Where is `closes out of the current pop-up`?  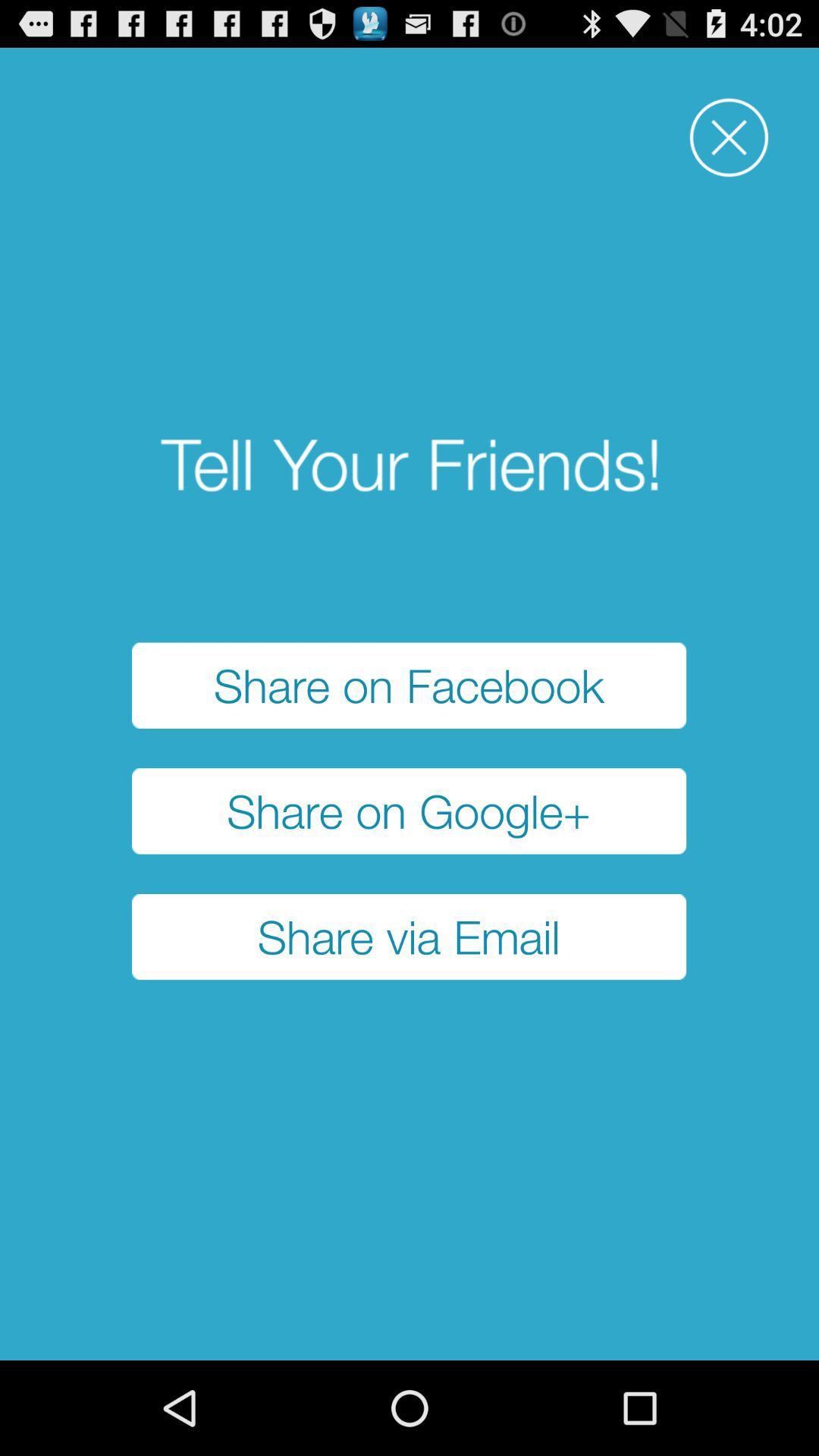 closes out of the current pop-up is located at coordinates (728, 137).